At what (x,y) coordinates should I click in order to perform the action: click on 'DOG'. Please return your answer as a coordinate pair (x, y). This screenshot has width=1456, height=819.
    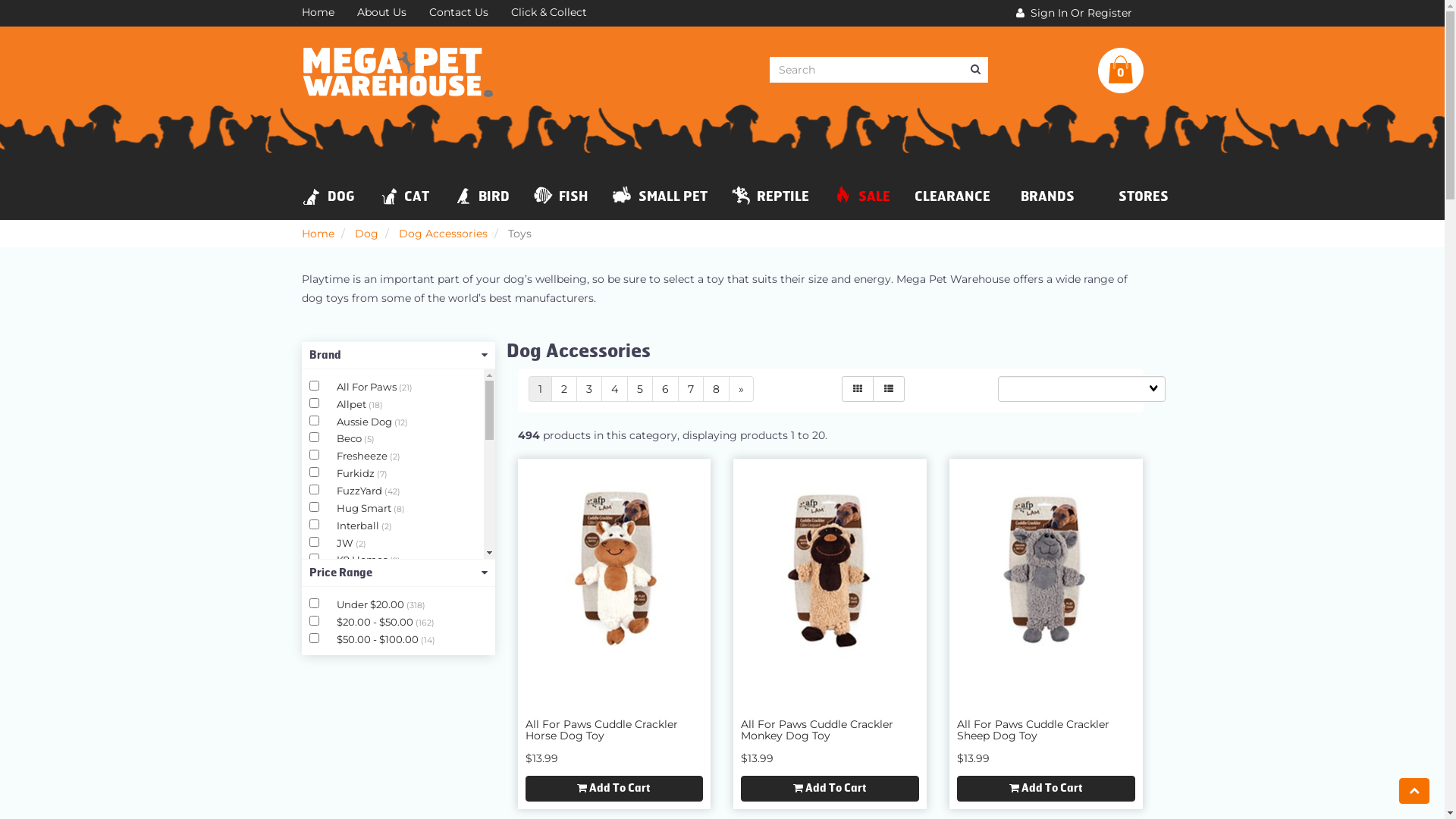
    Looking at the image, I should click on (327, 196).